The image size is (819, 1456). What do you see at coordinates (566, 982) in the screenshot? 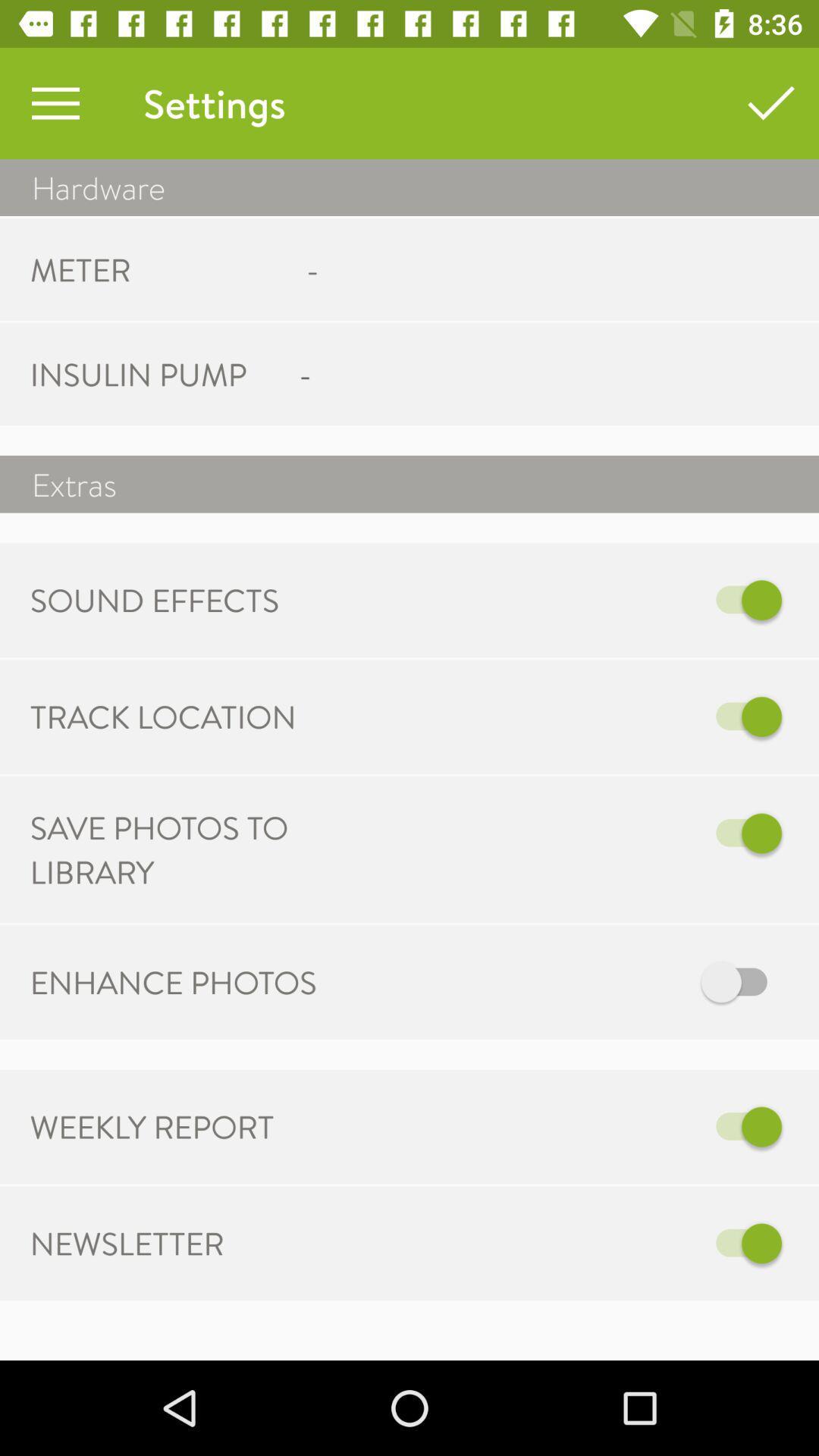
I see `enhance photos option` at bounding box center [566, 982].